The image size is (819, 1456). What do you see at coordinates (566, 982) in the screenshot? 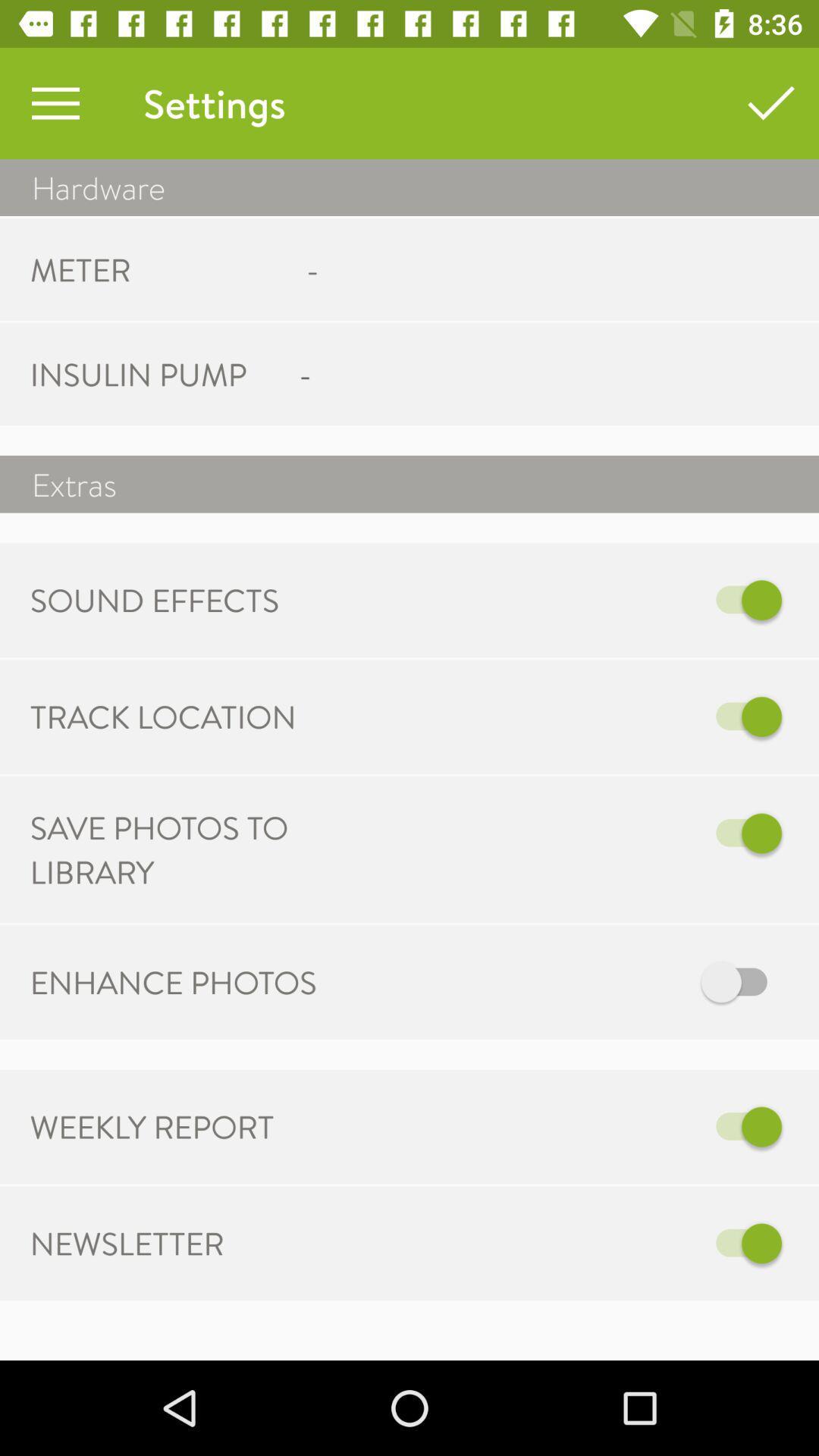
I see `enhance photos option` at bounding box center [566, 982].